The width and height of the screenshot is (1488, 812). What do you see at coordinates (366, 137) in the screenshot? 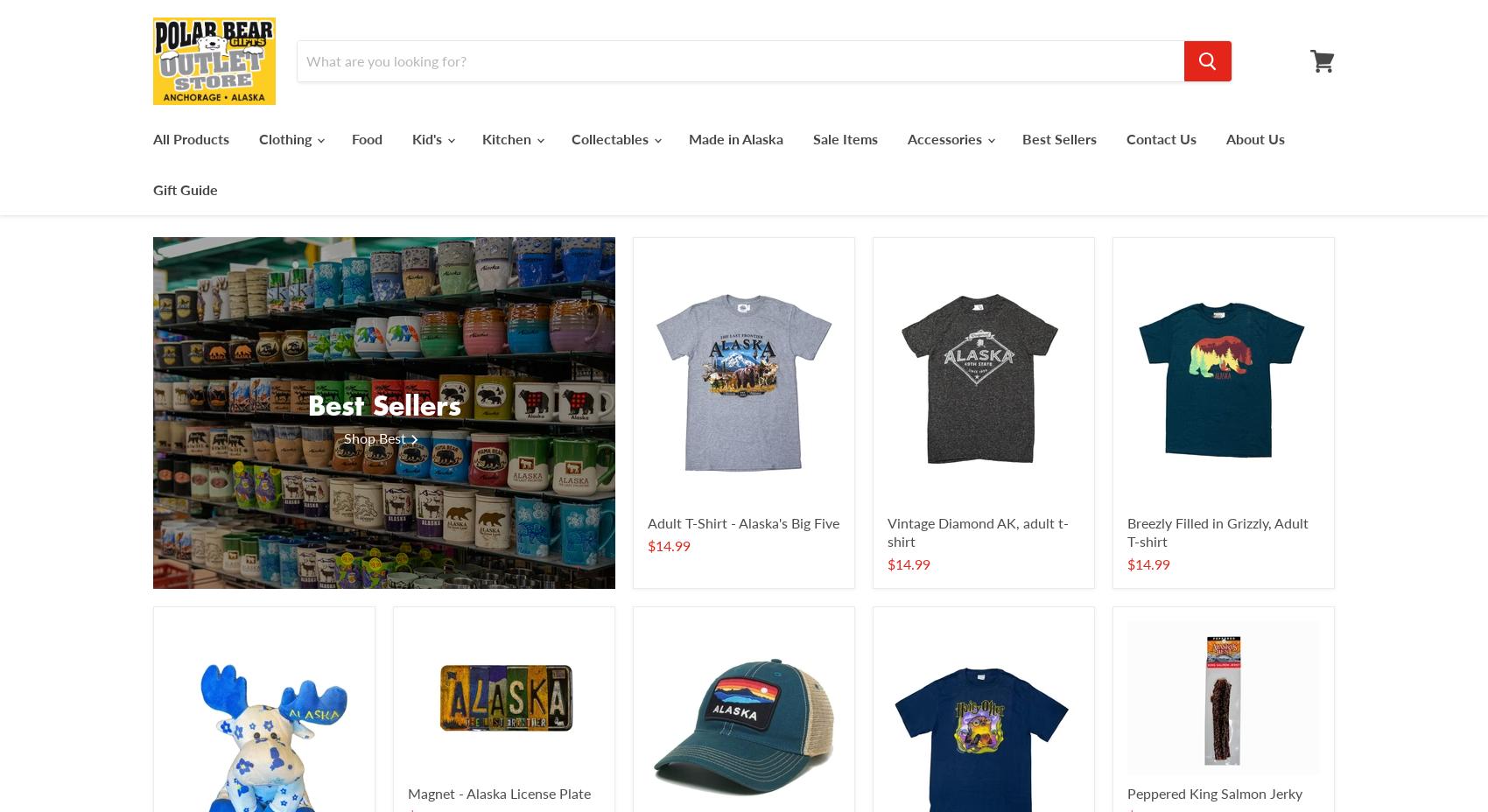
I see `'Food'` at bounding box center [366, 137].